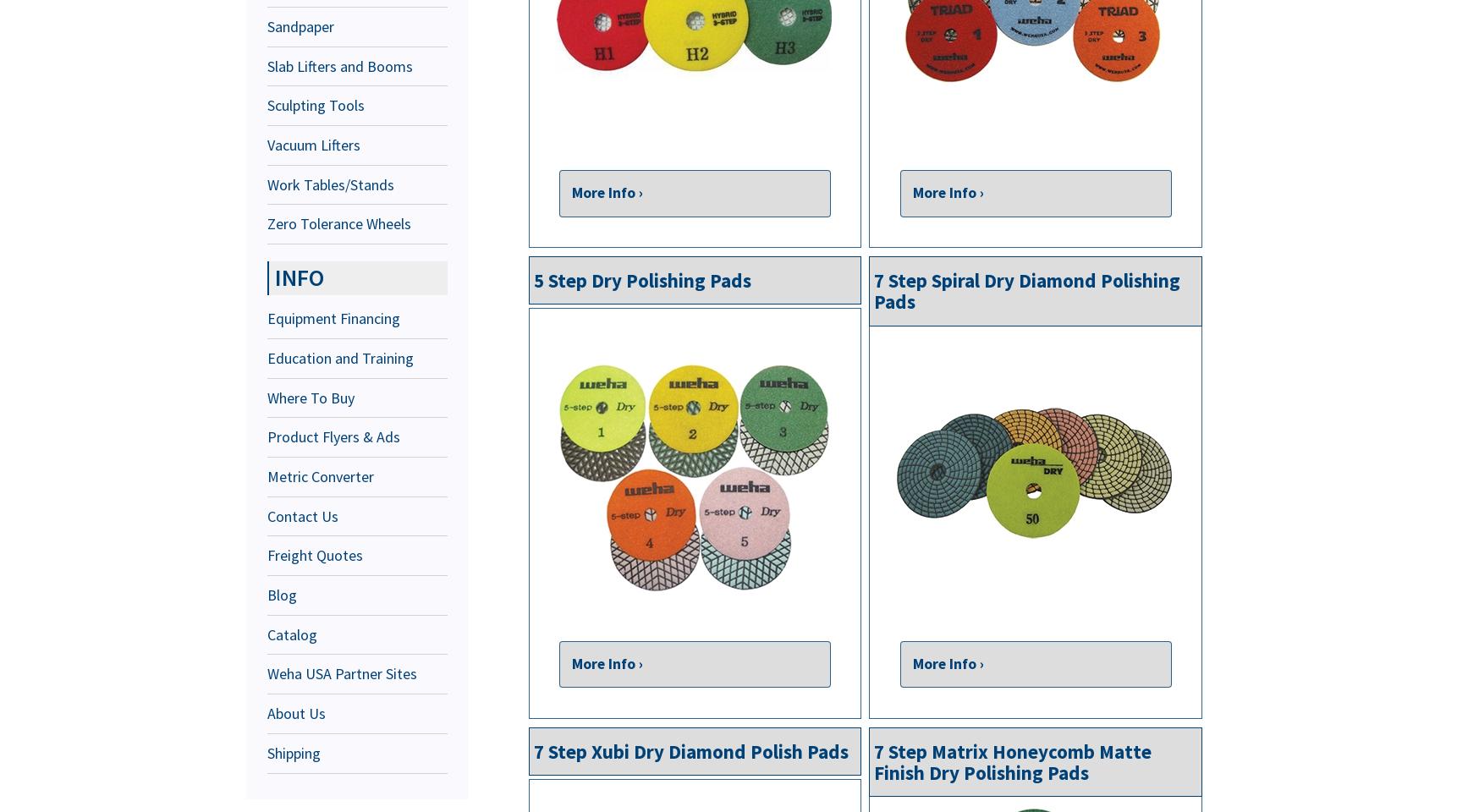  I want to click on 'Product Flyers & Ads', so click(333, 436).